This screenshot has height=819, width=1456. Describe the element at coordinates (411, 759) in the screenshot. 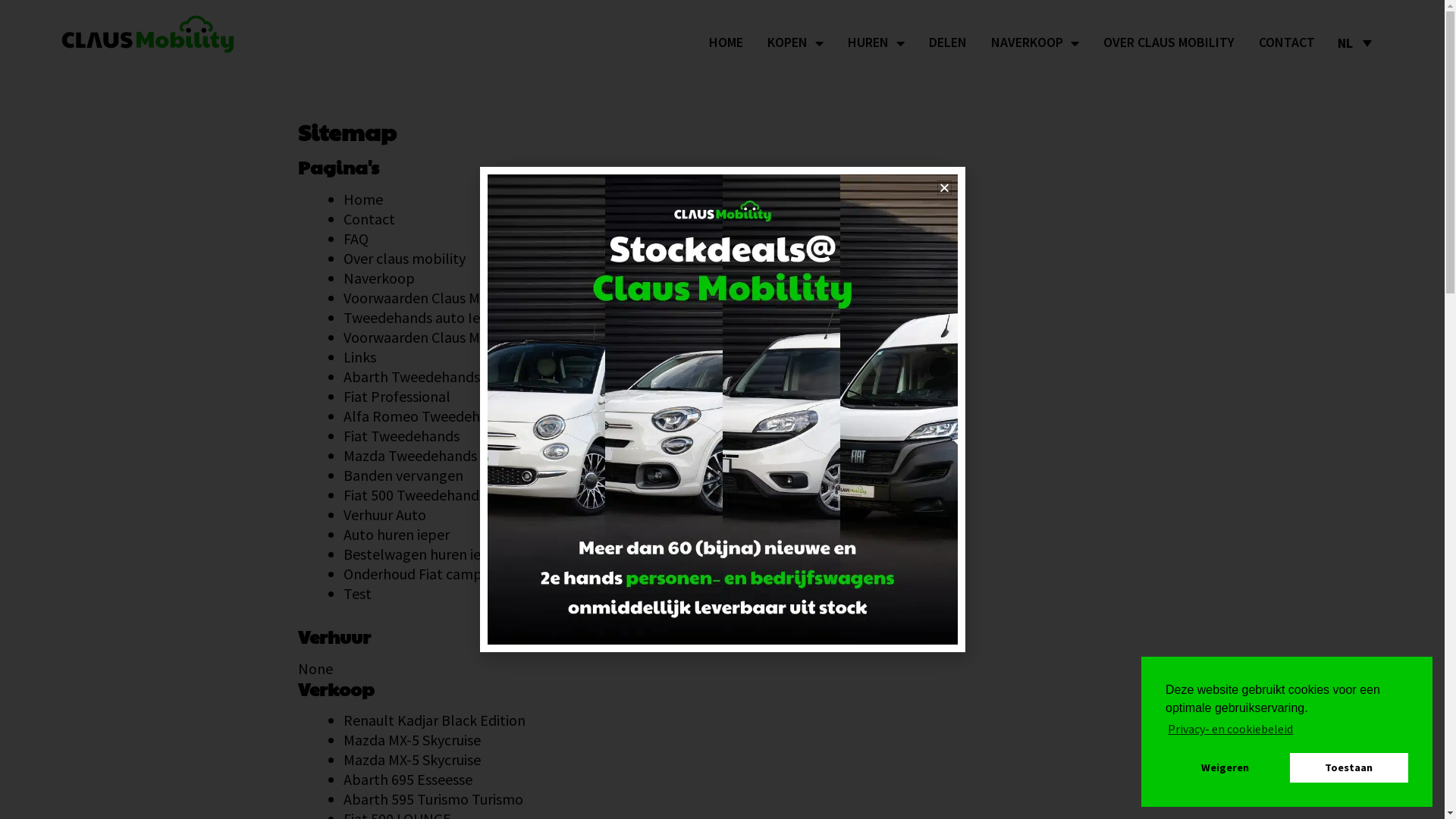

I see `'Mazda MX-5 Skycruise'` at that location.